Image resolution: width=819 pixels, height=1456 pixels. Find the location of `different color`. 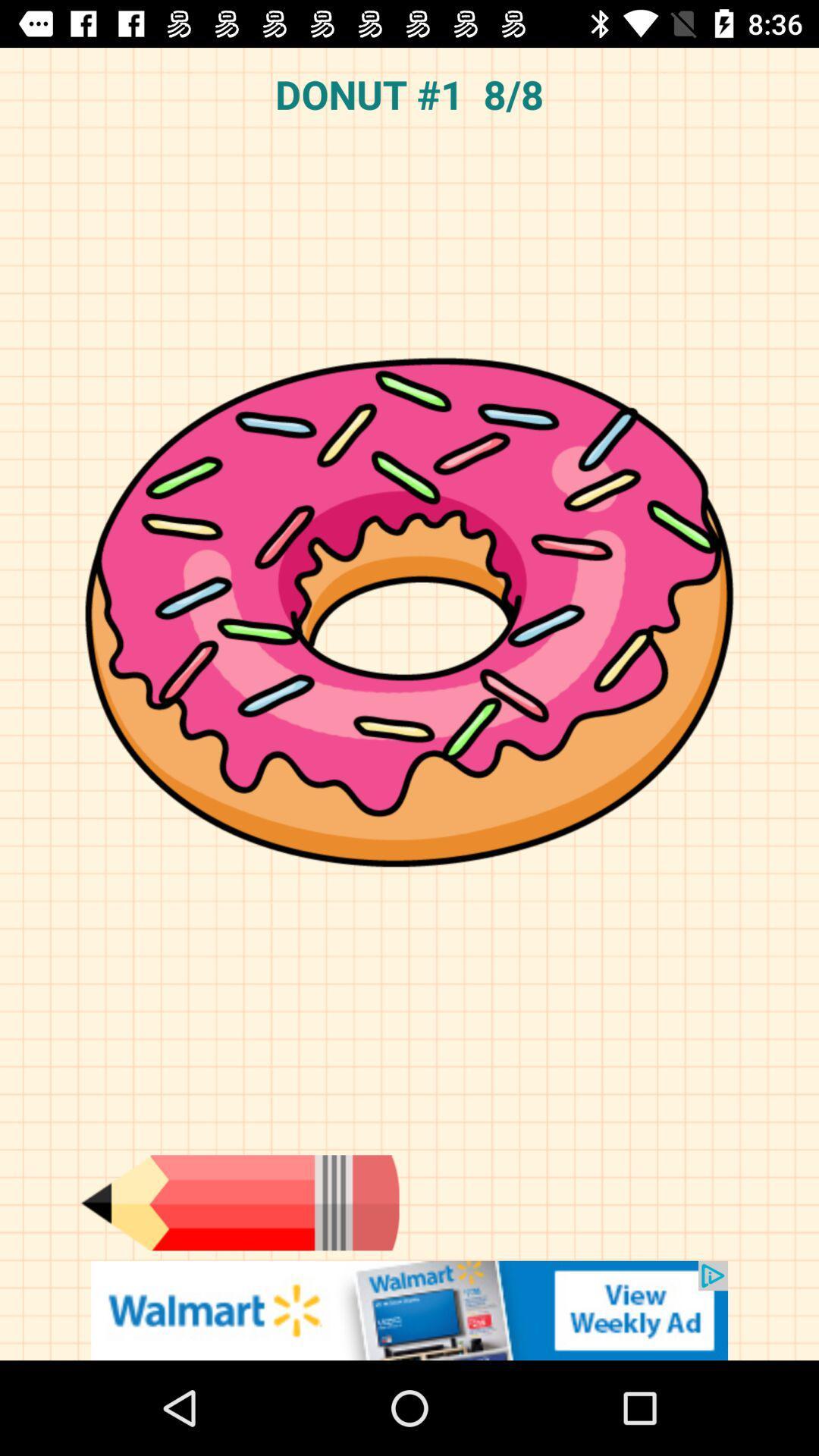

different color is located at coordinates (239, 1202).